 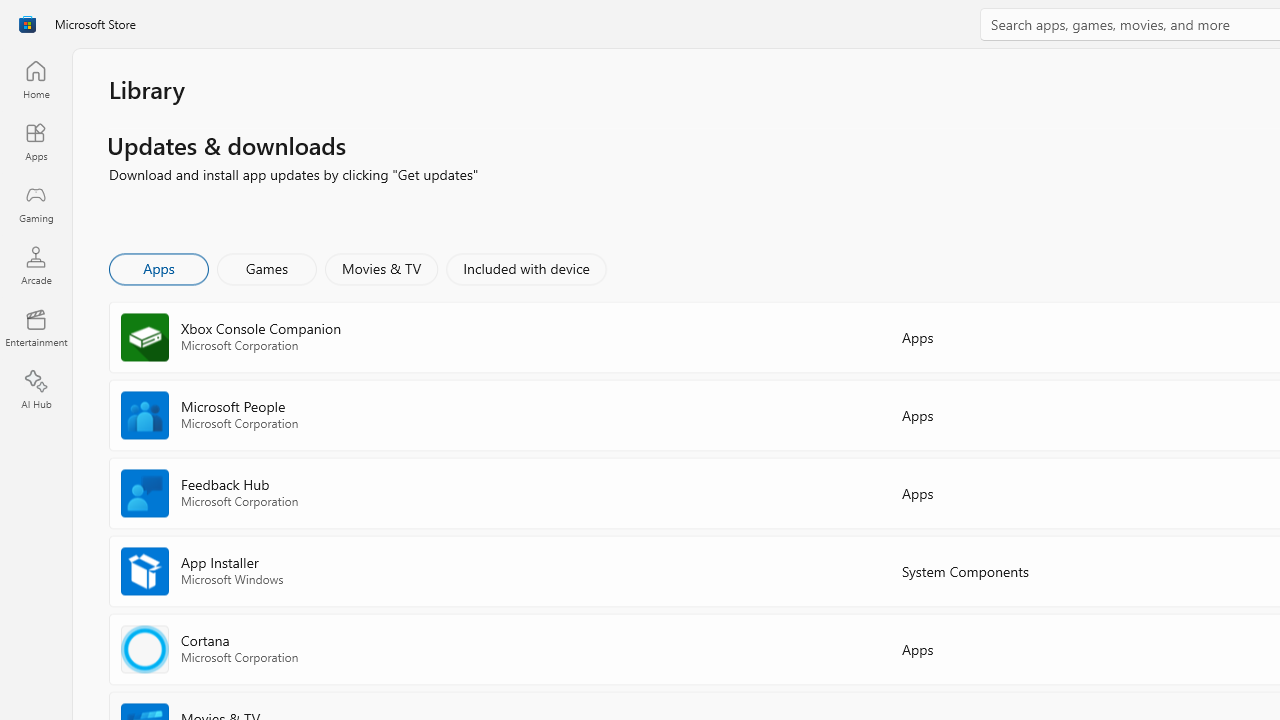 I want to click on 'AI Hub', so click(x=35, y=390).